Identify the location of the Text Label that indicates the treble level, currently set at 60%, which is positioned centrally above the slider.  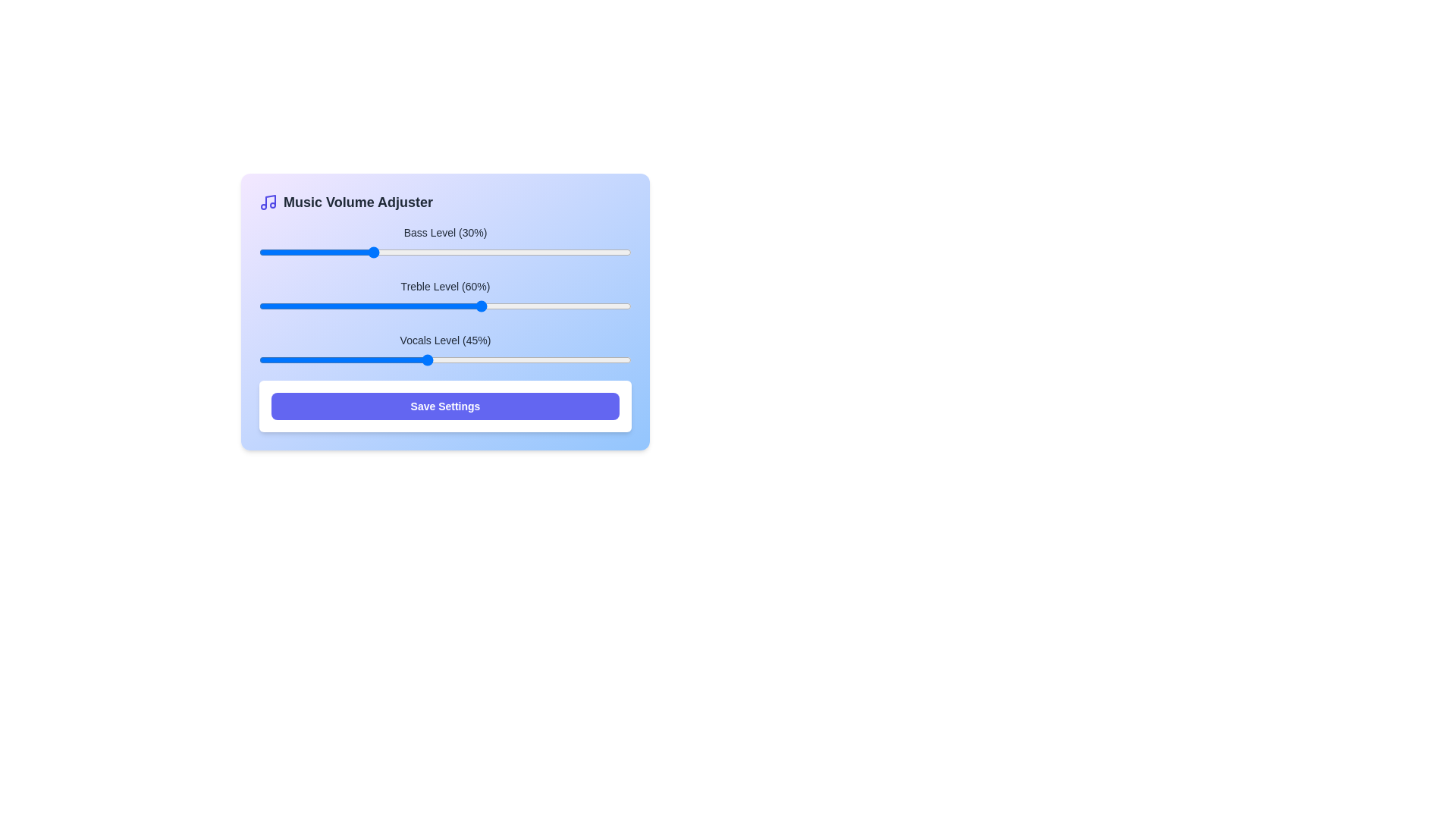
(444, 287).